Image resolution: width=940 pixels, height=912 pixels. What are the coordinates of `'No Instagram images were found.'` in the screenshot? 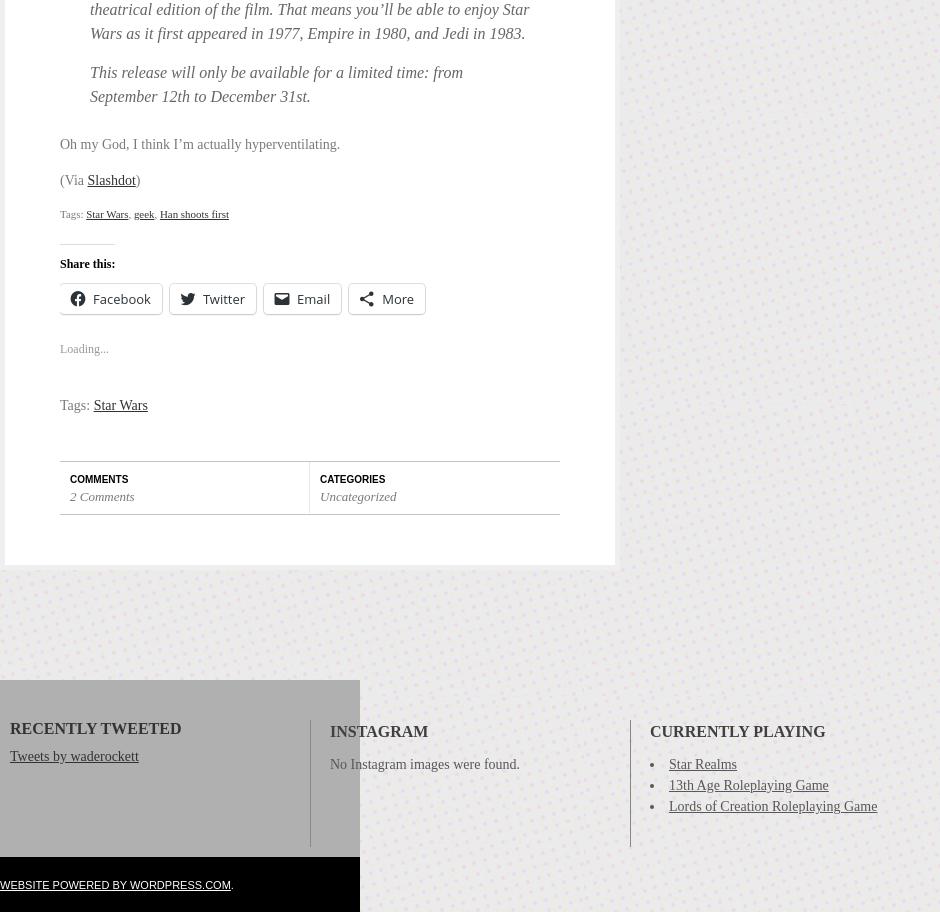 It's located at (424, 758).